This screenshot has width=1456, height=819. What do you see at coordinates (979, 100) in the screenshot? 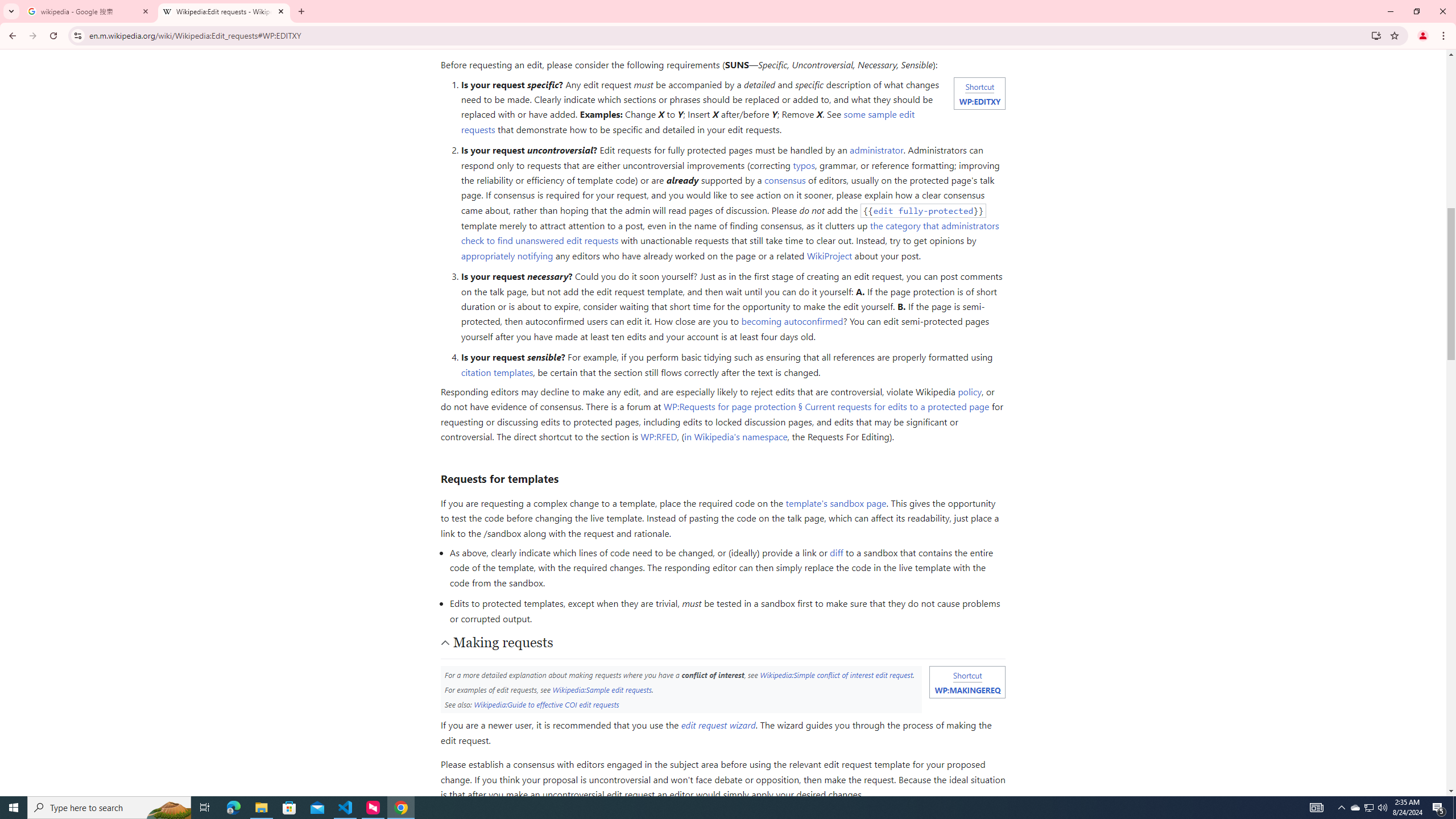
I see `'WP:EDITXY'` at bounding box center [979, 100].